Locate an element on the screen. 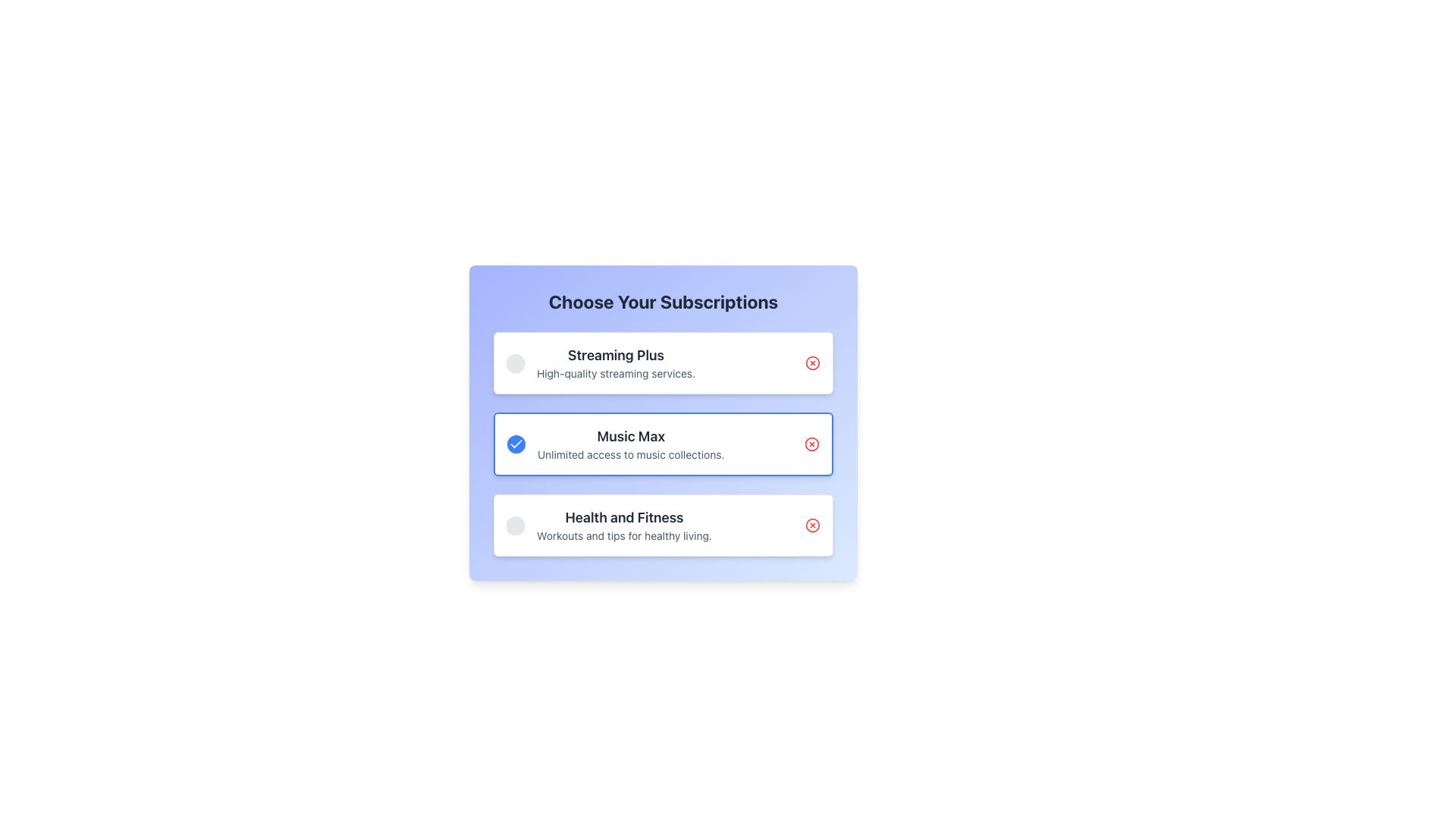 Image resolution: width=1456 pixels, height=819 pixels. the white checkmark symbol on a blue circular background, which is part of the selected 'Music Max' subscription option, located to the left of the subscription description text is located at coordinates (516, 444).